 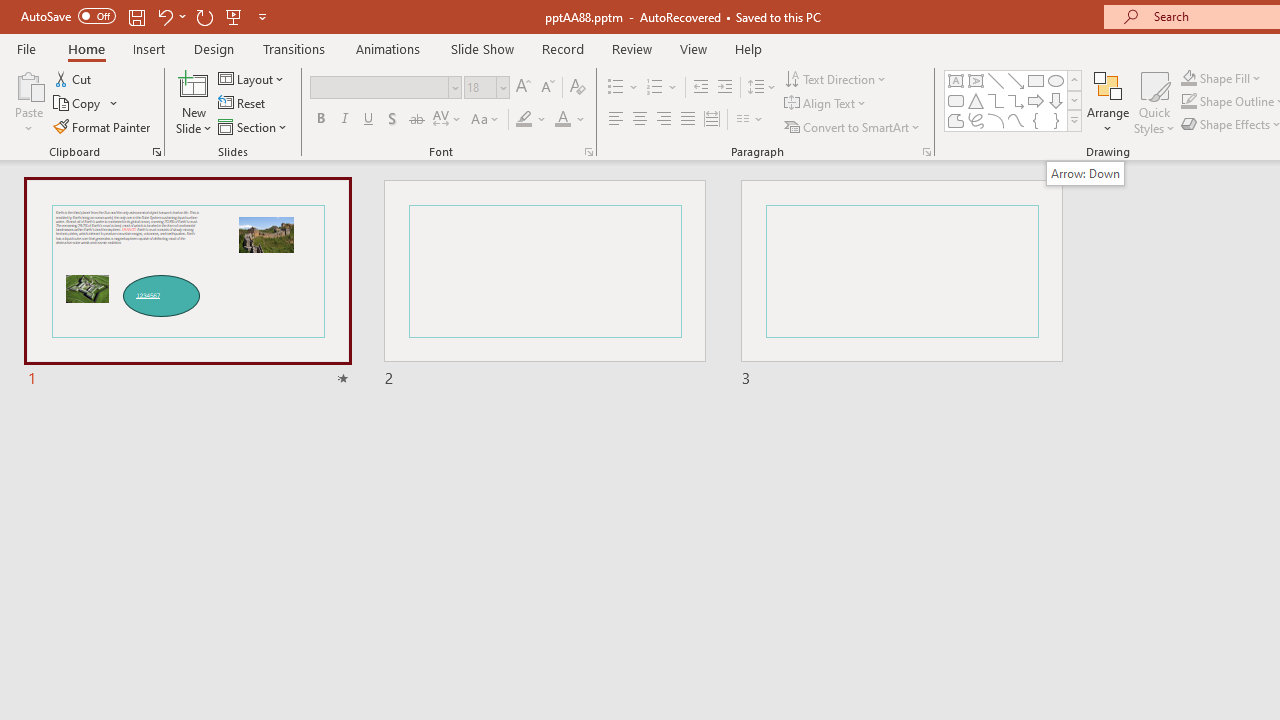 What do you see at coordinates (700, 86) in the screenshot?
I see `'Decrease Indent'` at bounding box center [700, 86].